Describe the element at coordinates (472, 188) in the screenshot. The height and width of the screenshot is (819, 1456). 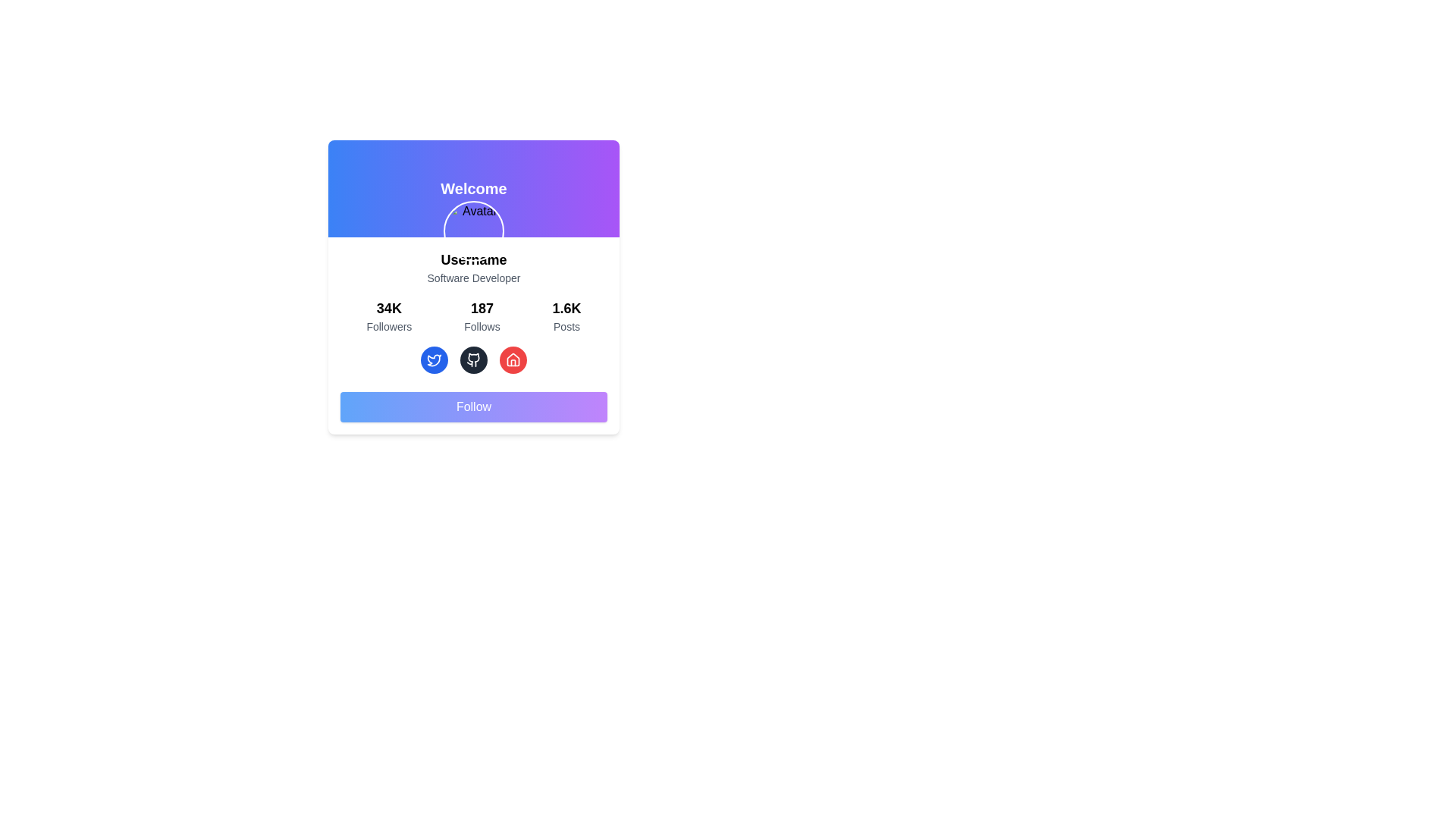
I see `welcoming header text located at the top-center of the profile card interface` at that location.